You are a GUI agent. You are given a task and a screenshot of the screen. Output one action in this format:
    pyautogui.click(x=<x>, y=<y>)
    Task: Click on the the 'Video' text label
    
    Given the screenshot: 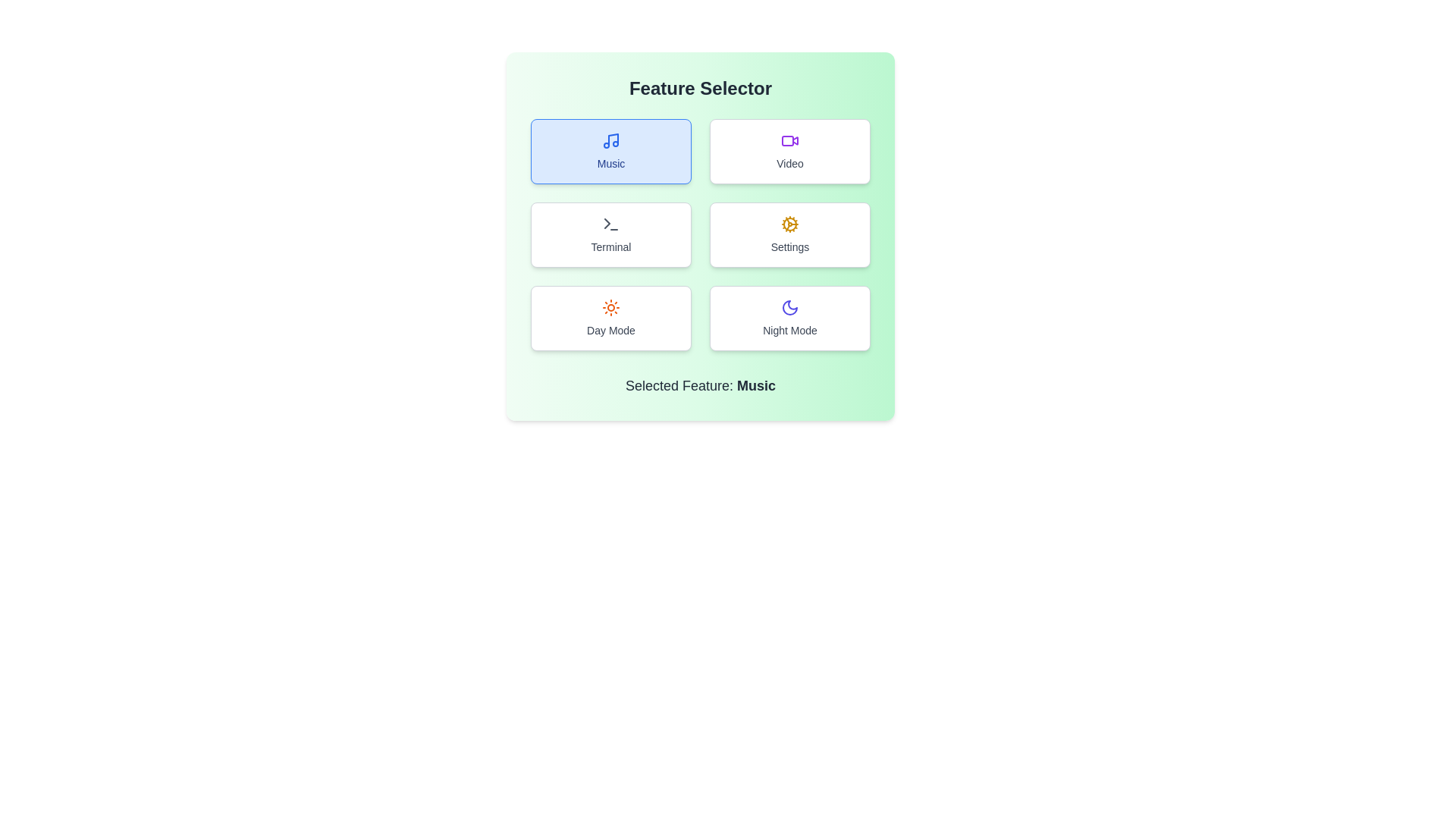 What is the action you would take?
    pyautogui.click(x=789, y=164)
    